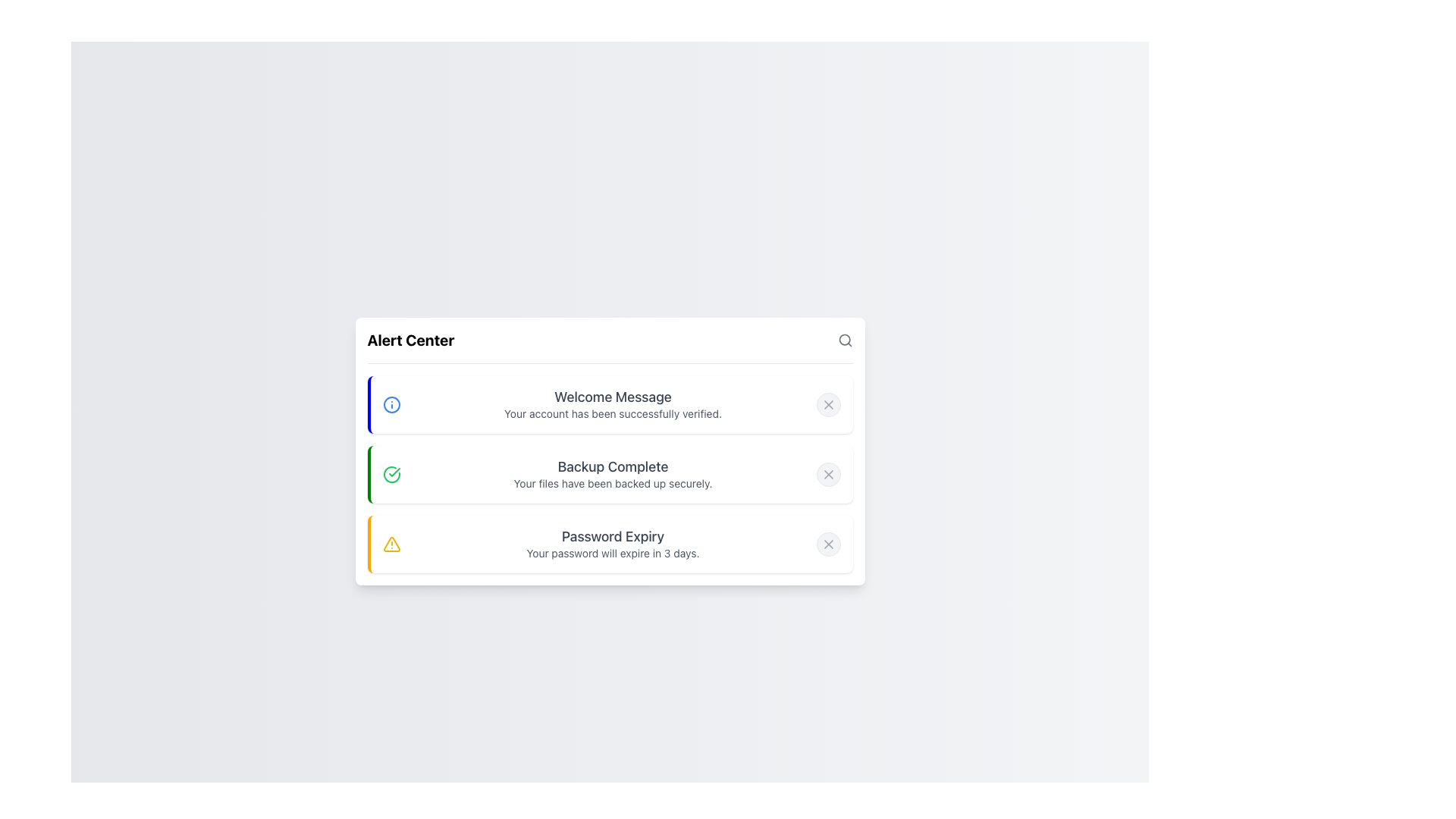 This screenshot has width=1456, height=819. What do you see at coordinates (610, 473) in the screenshot?
I see `the informational alert box indicating the successful completion of a file backup operation, which is the second alert in the 'Alert Center' section` at bounding box center [610, 473].